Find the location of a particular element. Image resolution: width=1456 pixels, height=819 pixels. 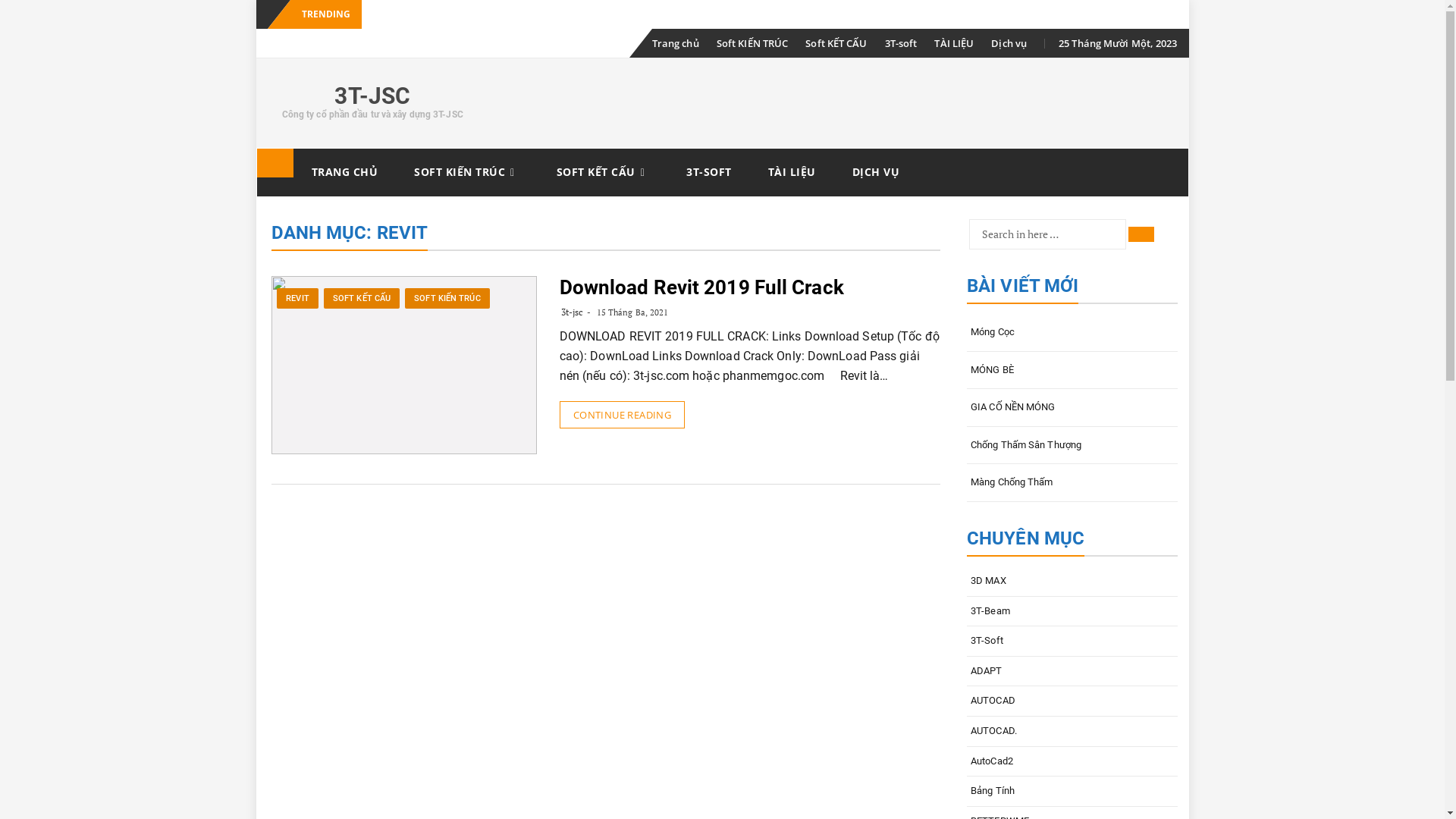

'Search' is located at coordinates (1141, 234).